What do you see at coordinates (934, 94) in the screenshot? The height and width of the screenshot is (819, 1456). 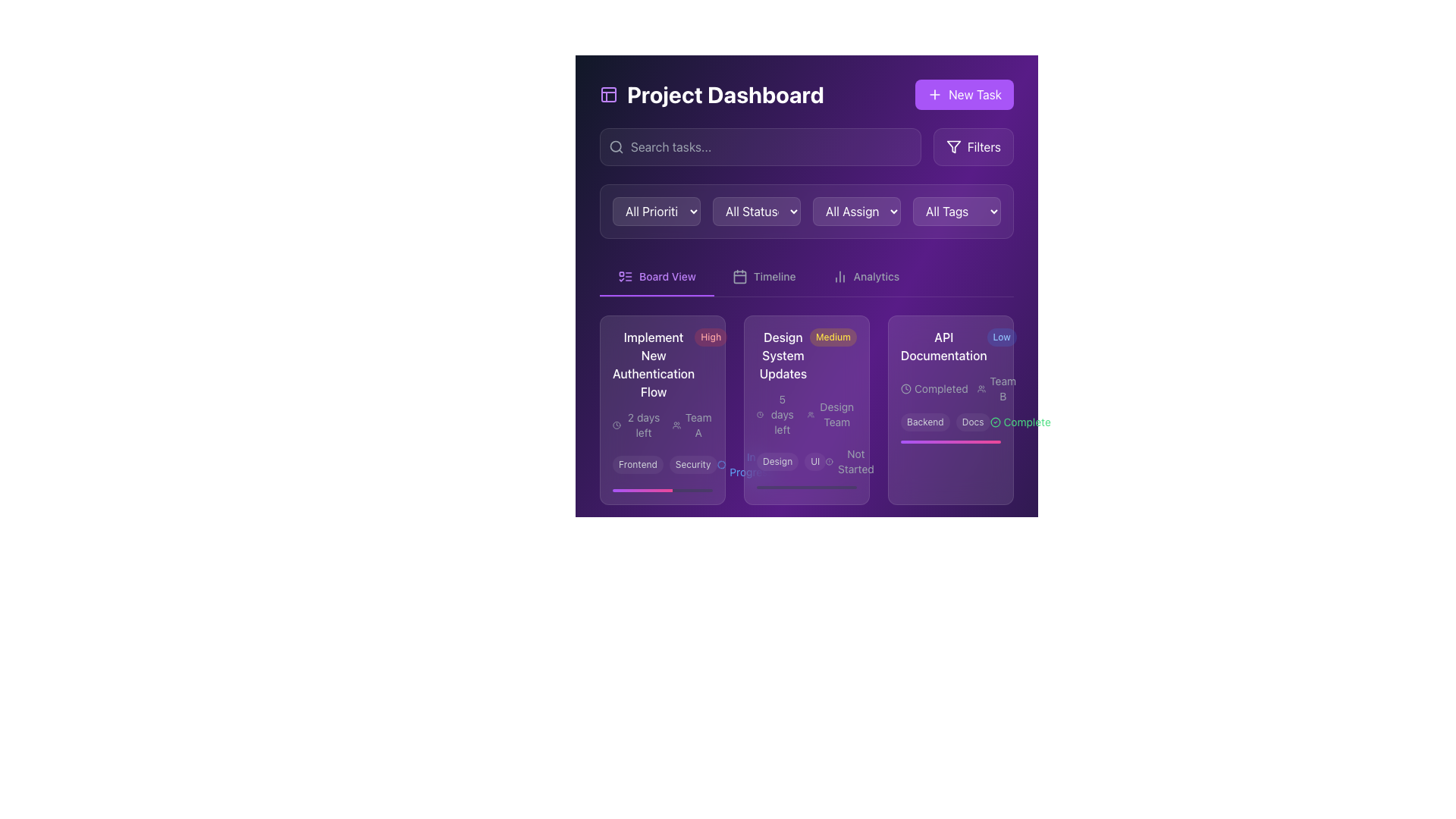 I see `the plus symbol icon located in the top-right corner of the 'New Task' button, which has a purple background and white text` at bounding box center [934, 94].